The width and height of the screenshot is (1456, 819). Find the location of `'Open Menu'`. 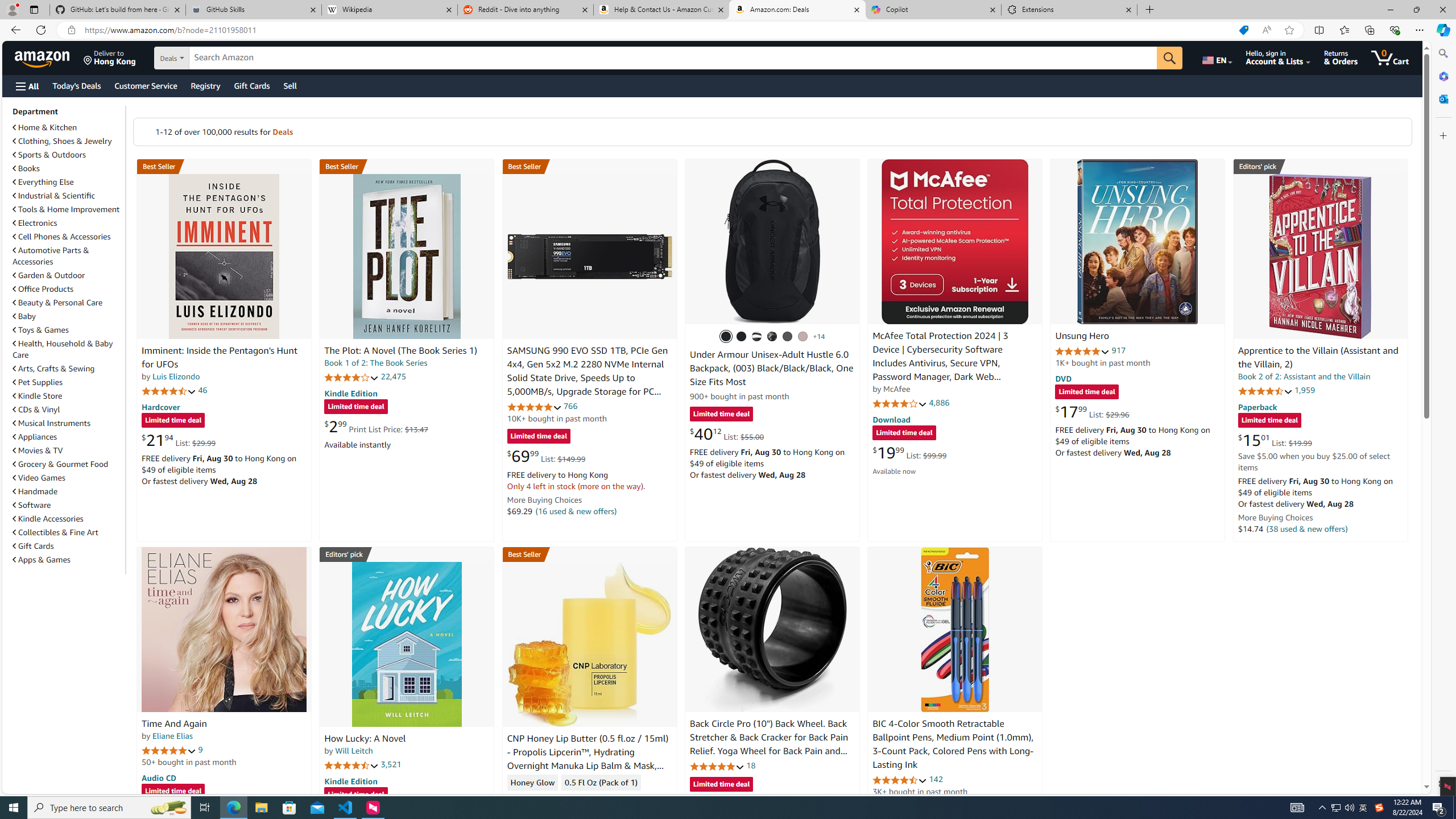

'Open Menu' is located at coordinates (26, 85).